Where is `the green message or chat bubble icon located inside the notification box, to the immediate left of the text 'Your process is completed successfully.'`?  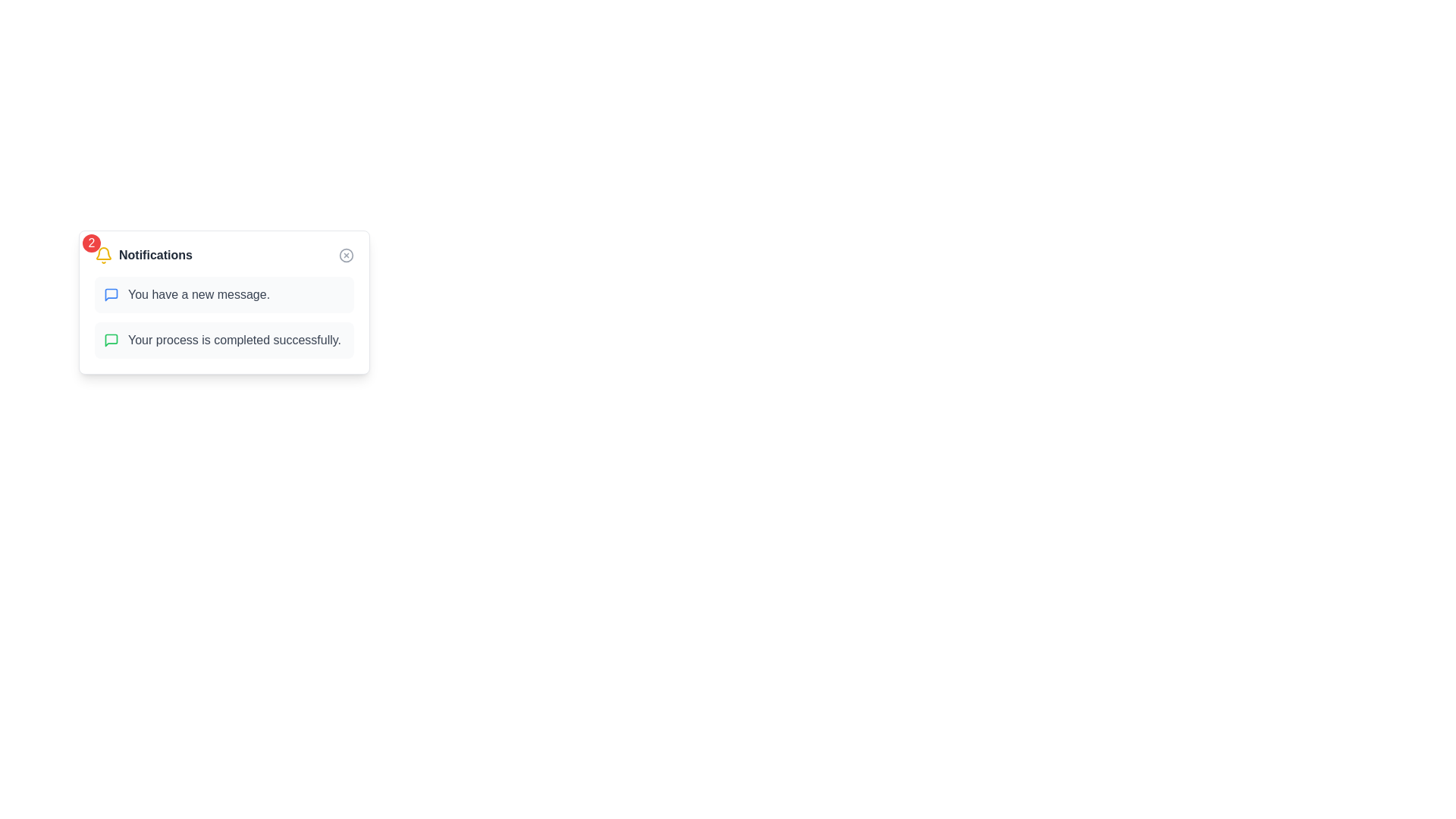
the green message or chat bubble icon located inside the notification box, to the immediate left of the text 'Your process is completed successfully.' is located at coordinates (111, 339).